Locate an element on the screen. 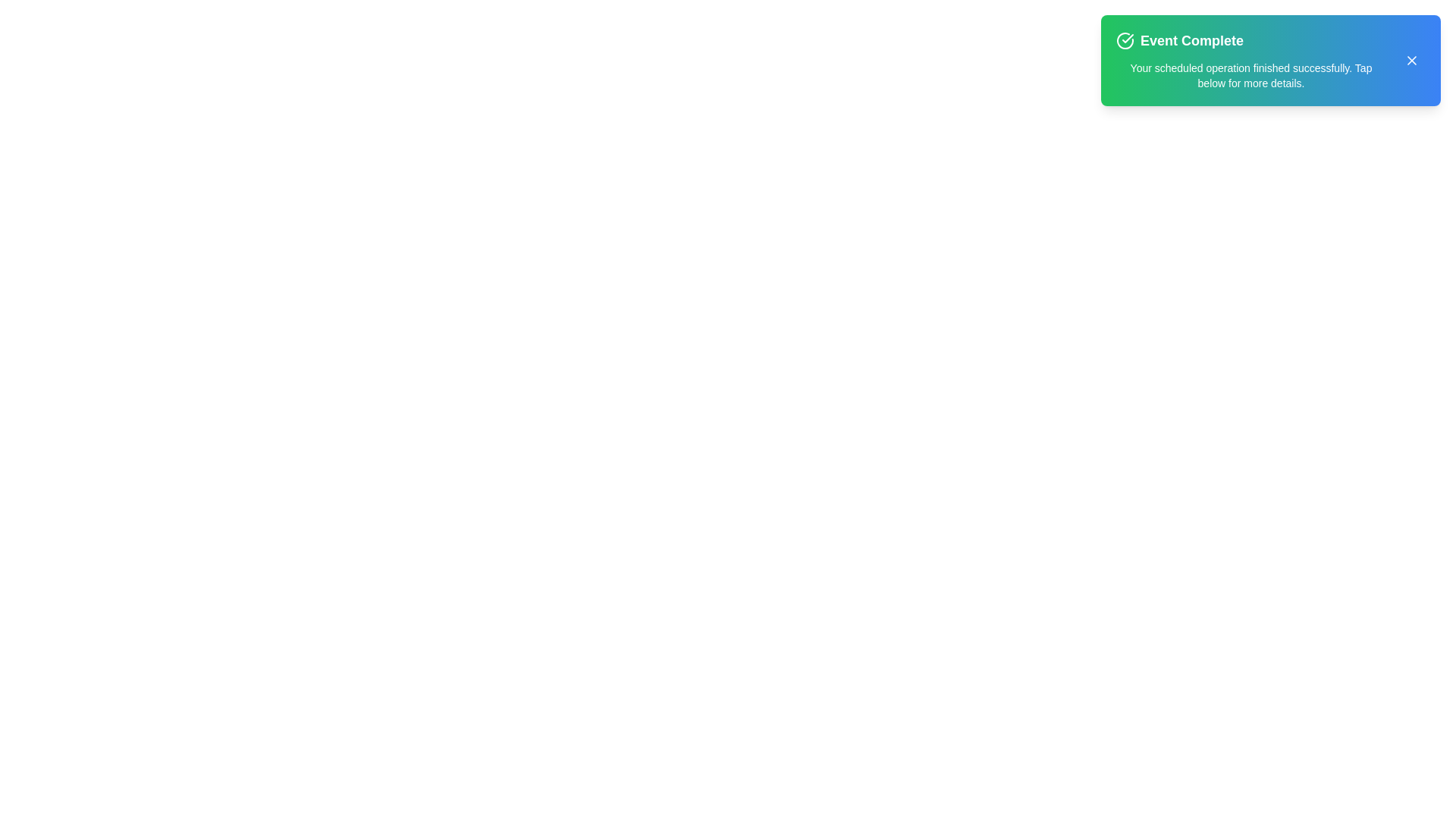 This screenshot has width=1456, height=819. the close button of the notification to close it is located at coordinates (1411, 60).